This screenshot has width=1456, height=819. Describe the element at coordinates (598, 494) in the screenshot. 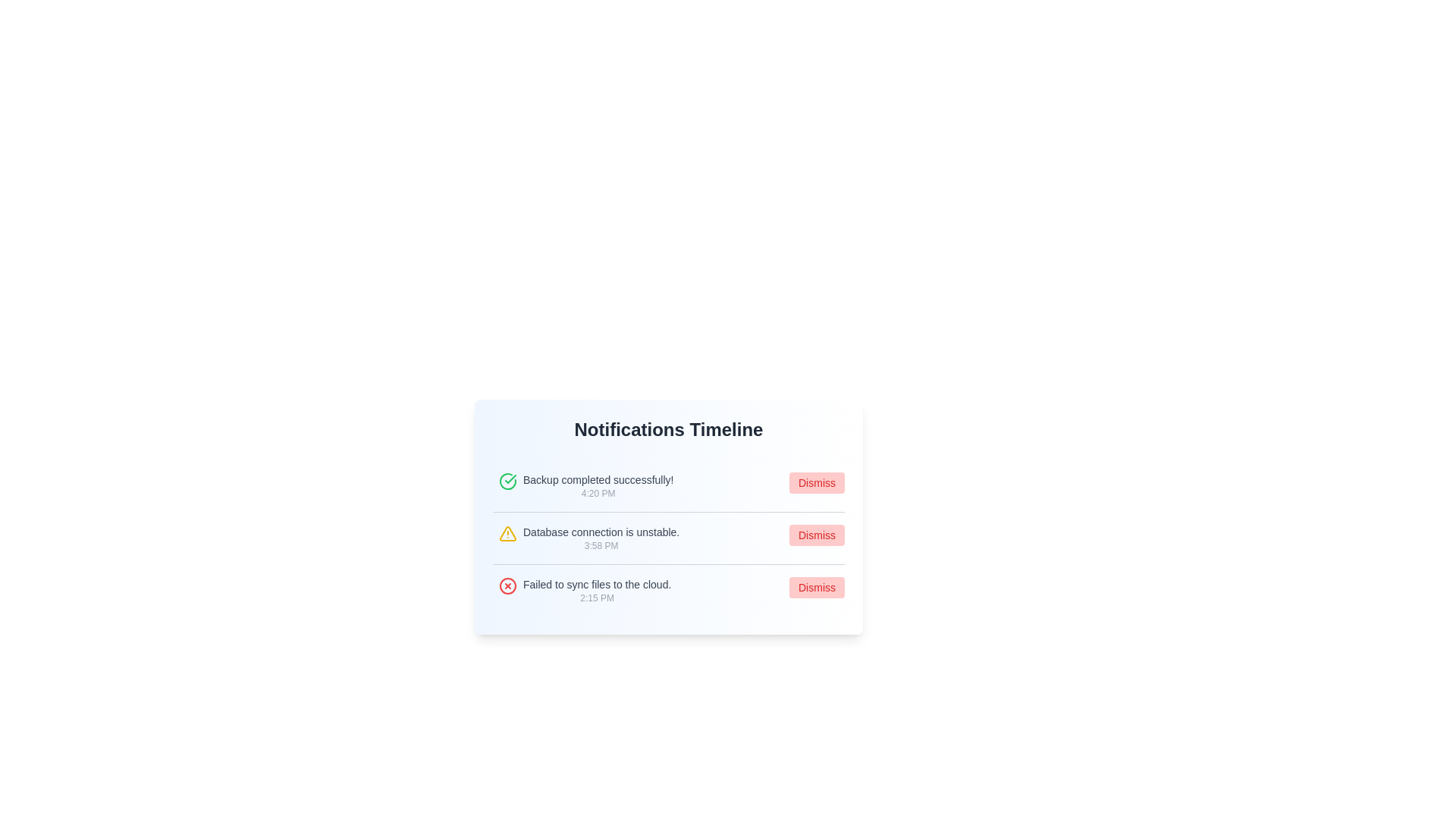

I see `the timestamp reading '4:20 PM' which is a small light gray text label located beneath the notification message 'Backup completed successfully!' in the Notifications Timeline panel` at that location.